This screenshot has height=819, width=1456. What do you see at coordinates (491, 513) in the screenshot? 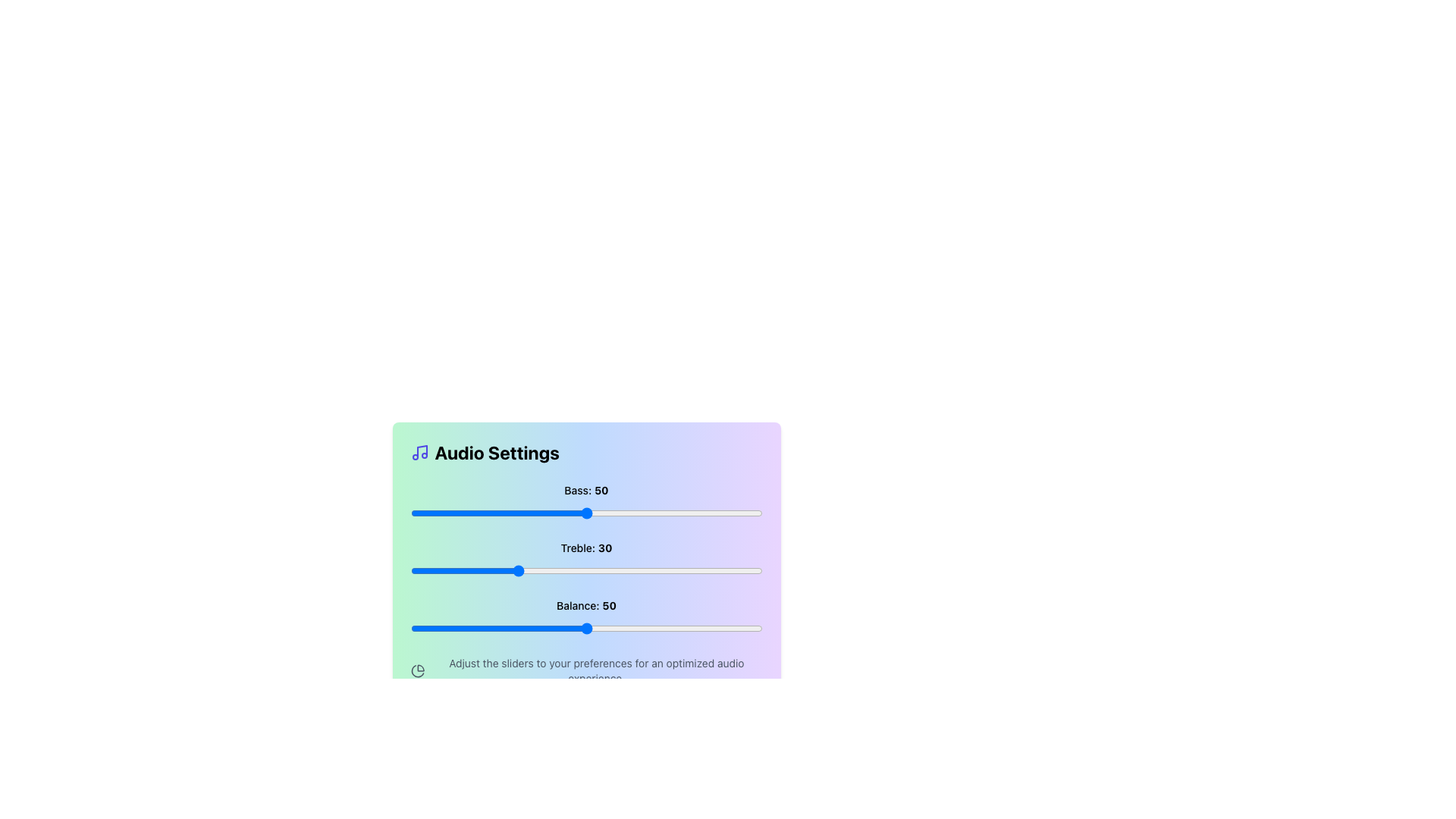
I see `the bass` at bounding box center [491, 513].